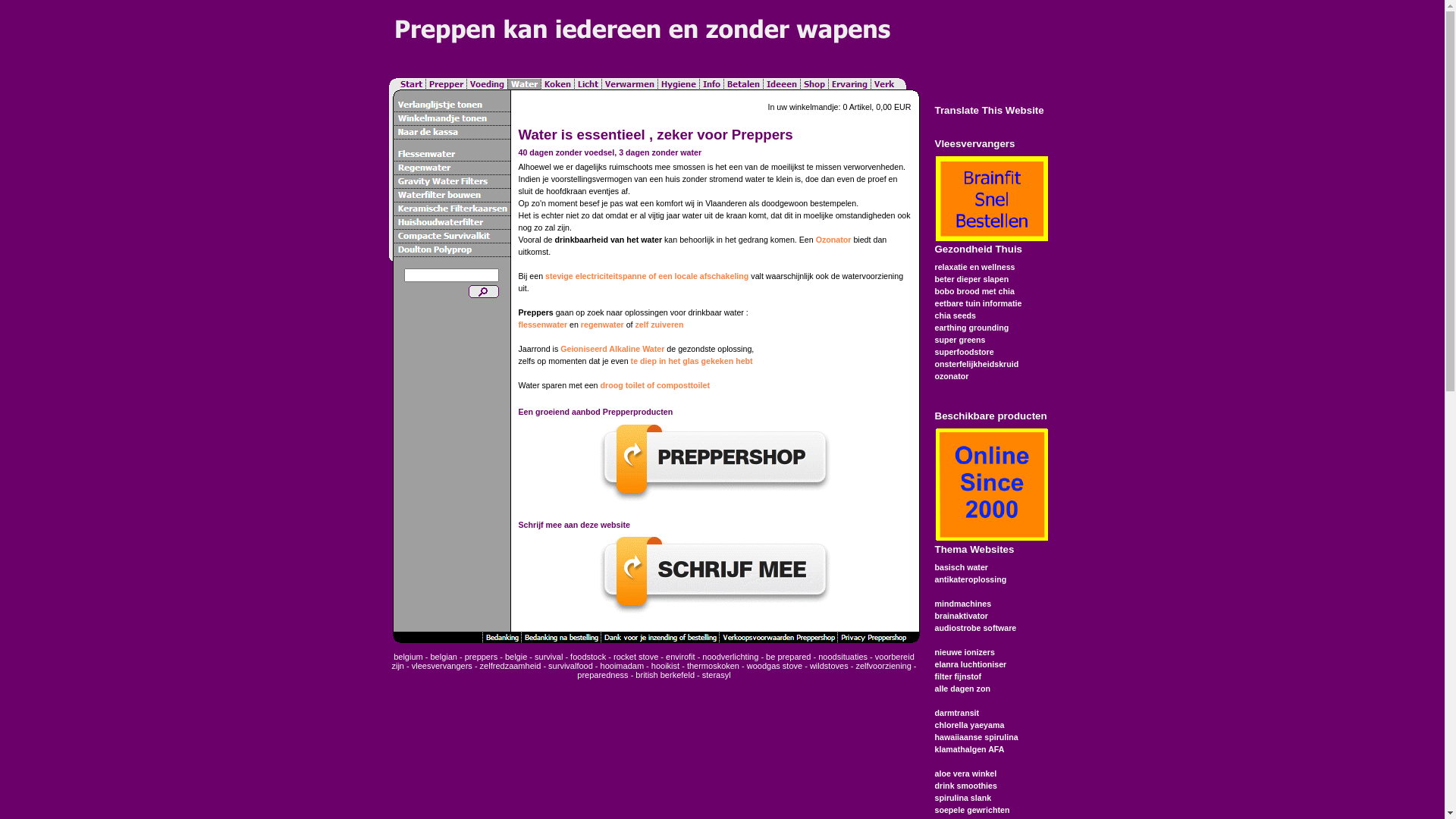  What do you see at coordinates (975, 736) in the screenshot?
I see `'hawaiiaanse spirulina'` at bounding box center [975, 736].